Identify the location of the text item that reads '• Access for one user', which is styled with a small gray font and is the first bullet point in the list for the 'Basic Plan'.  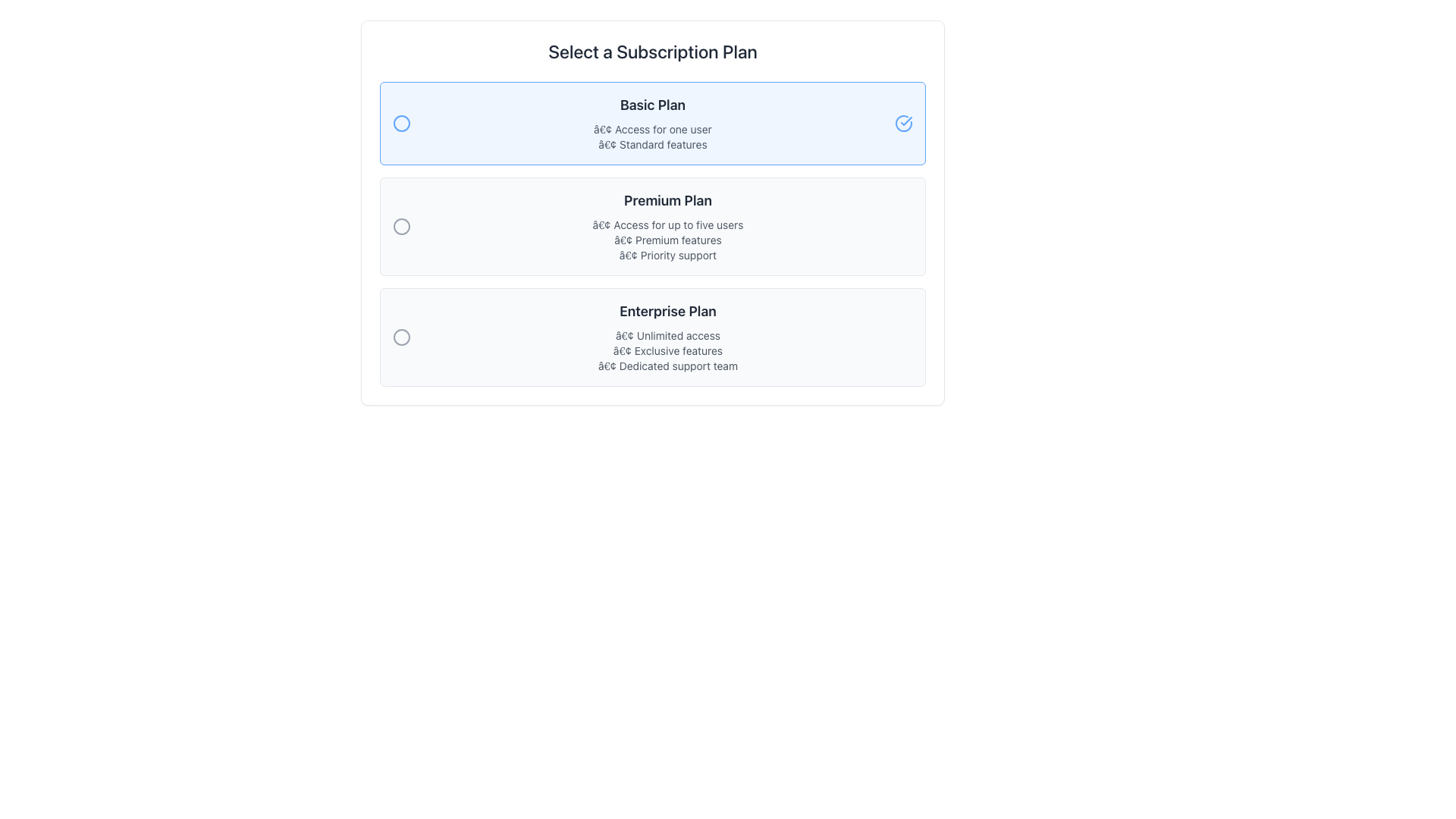
(652, 128).